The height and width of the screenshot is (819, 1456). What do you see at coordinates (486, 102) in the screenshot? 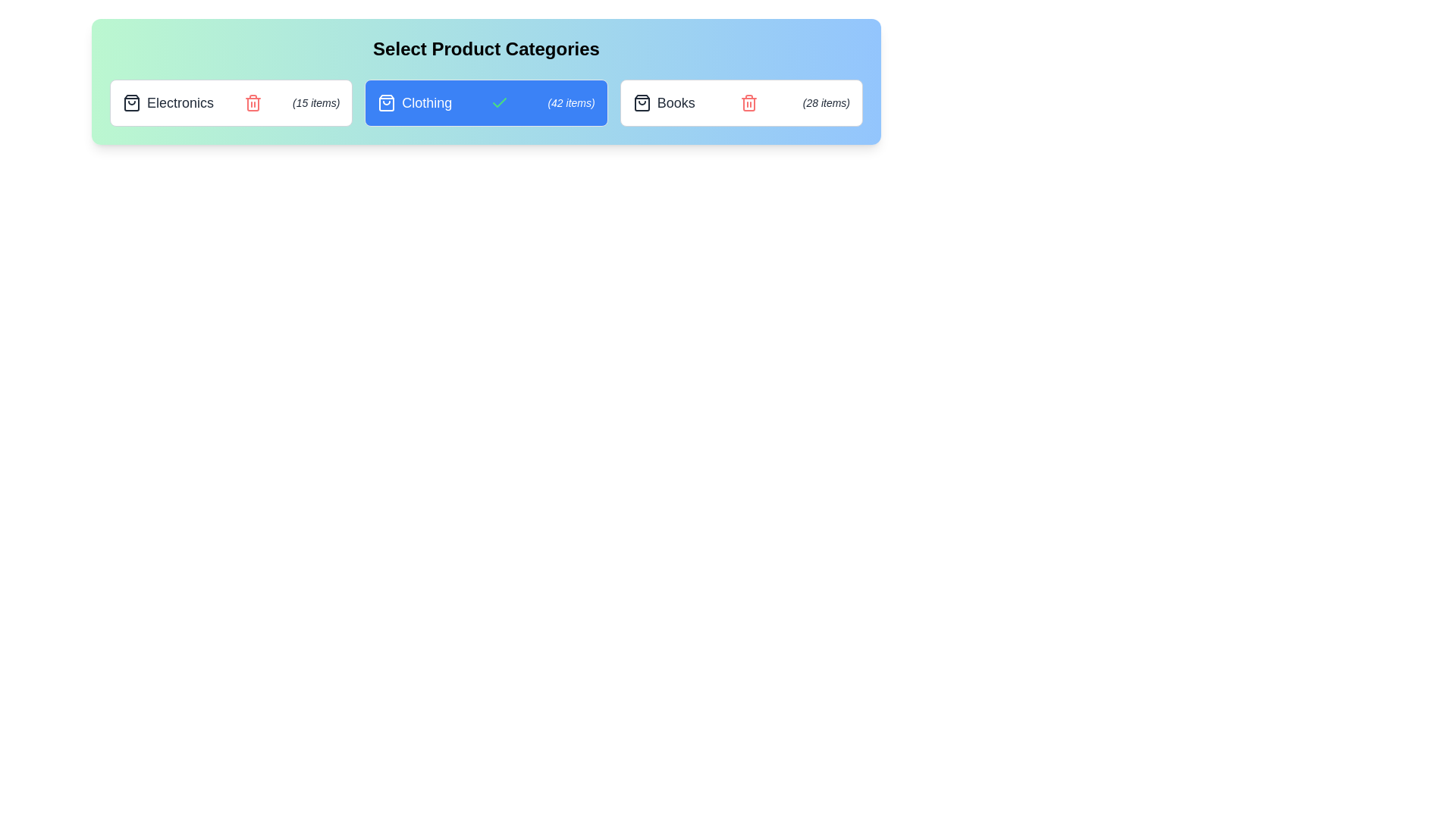
I see `the category Clothing by clicking on its corresponding area` at bounding box center [486, 102].